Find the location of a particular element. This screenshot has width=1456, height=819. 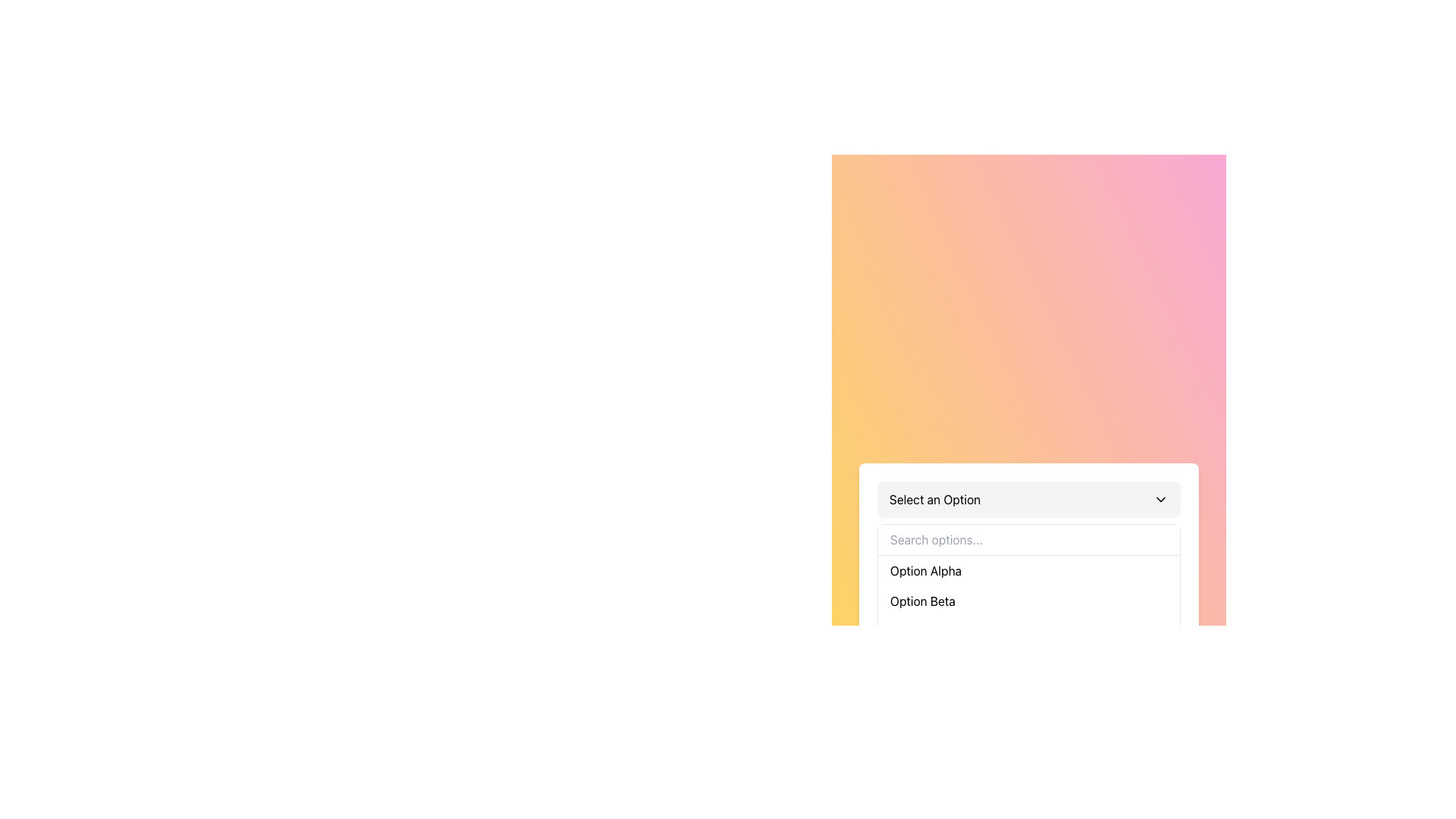

the 'Option Beta' item in the dropdown list is located at coordinates (1029, 599).